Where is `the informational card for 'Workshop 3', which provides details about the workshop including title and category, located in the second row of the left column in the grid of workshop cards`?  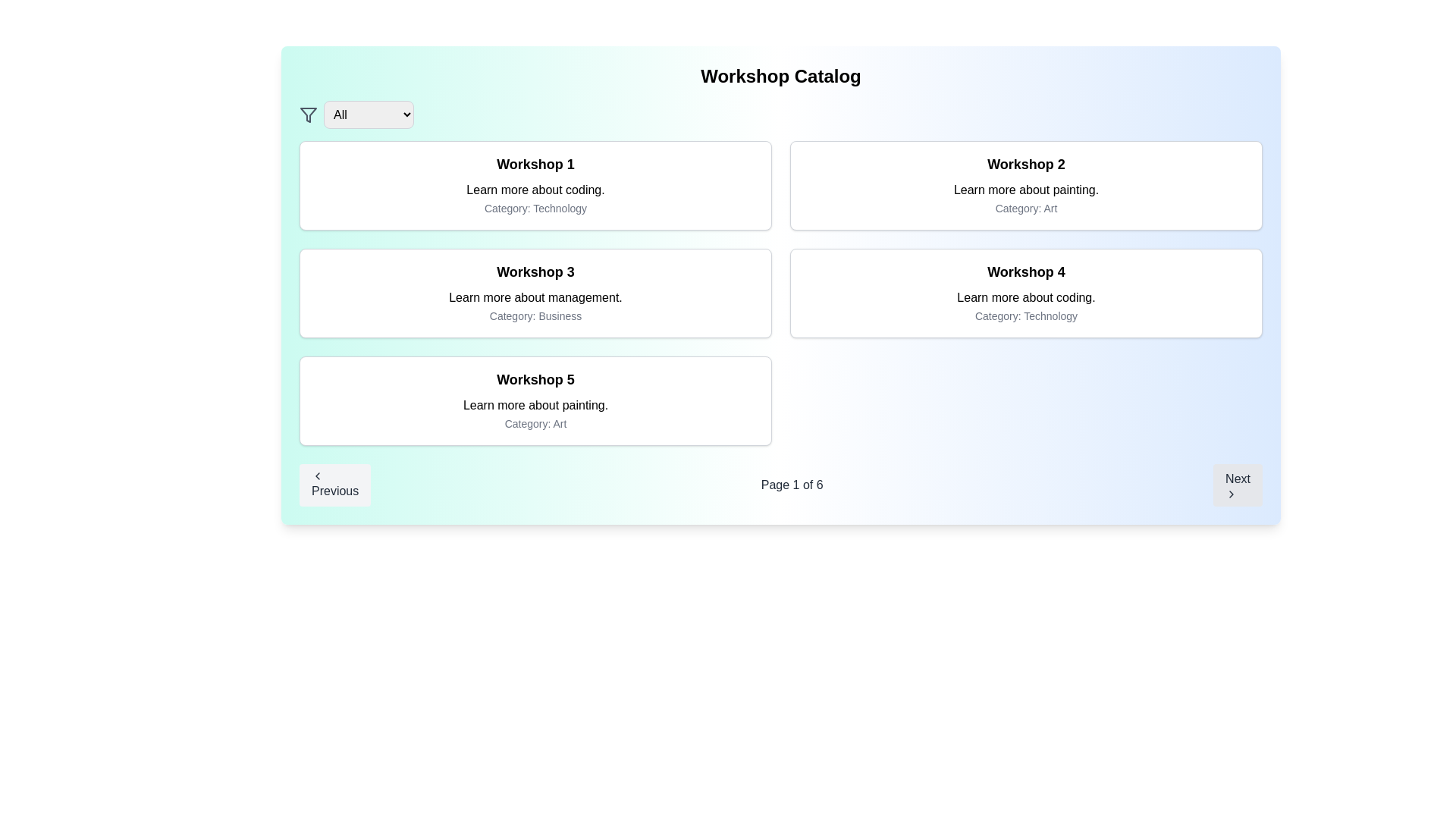
the informational card for 'Workshop 3', which provides details about the workshop including title and category, located in the second row of the left column in the grid of workshop cards is located at coordinates (535, 293).